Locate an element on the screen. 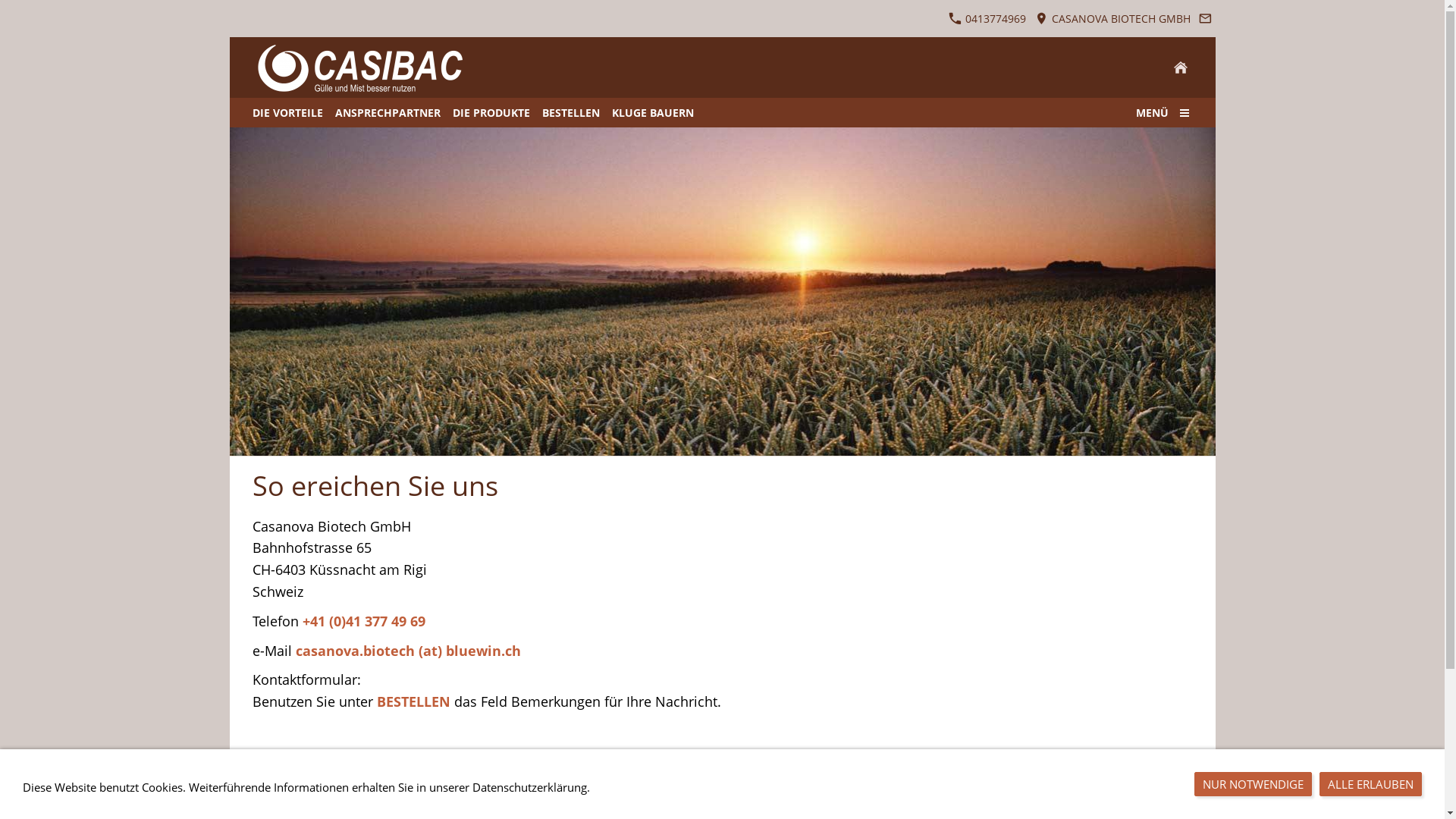 This screenshot has height=819, width=1456. 'KLUGE BAUERN' is located at coordinates (651, 111).